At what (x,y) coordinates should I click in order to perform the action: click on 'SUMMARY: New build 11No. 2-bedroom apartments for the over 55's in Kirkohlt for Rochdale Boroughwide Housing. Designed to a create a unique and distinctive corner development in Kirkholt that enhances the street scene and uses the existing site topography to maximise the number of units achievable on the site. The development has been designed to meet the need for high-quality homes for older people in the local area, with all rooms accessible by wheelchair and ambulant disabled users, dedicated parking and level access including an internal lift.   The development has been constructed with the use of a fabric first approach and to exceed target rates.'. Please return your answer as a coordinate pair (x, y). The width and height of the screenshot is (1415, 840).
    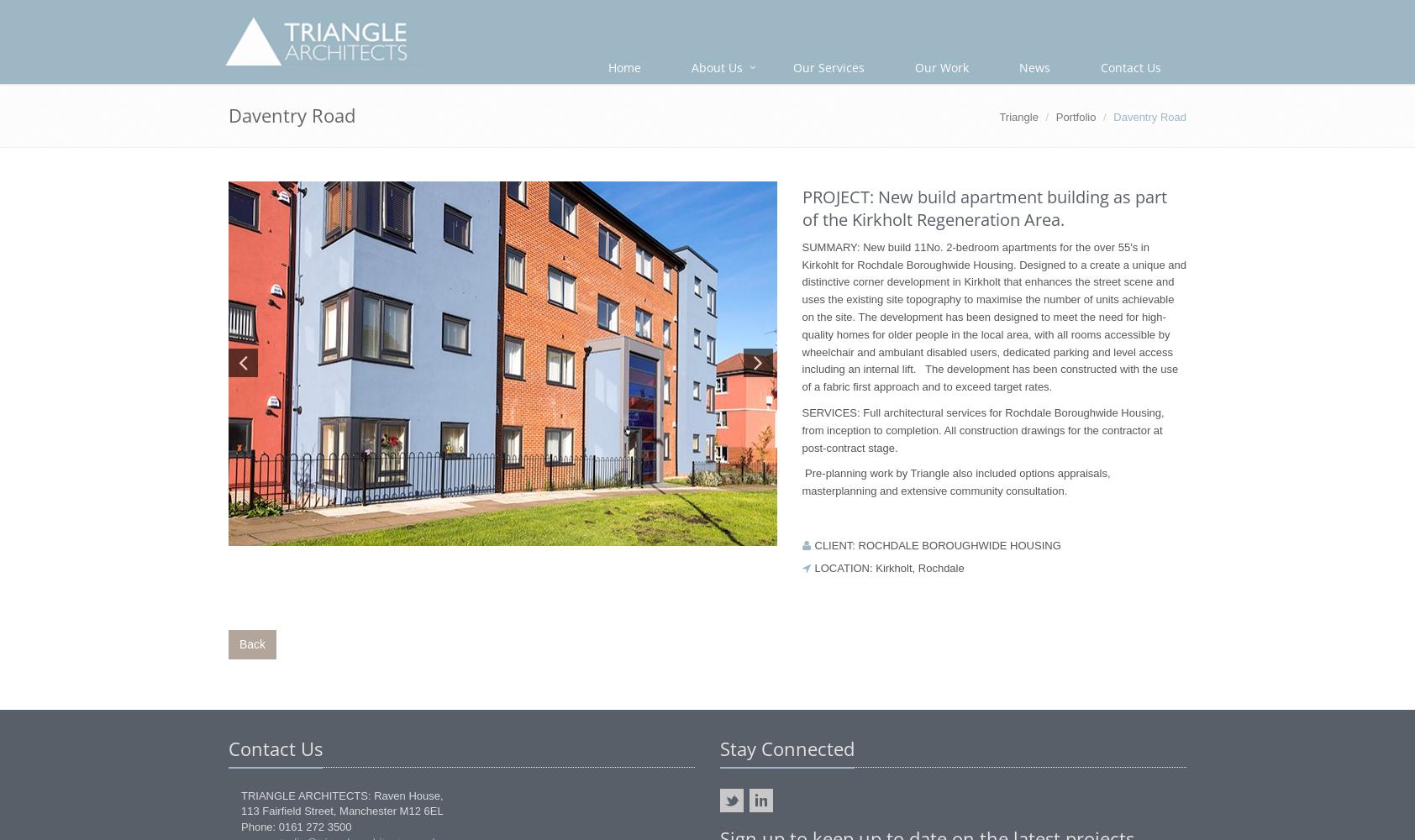
    Looking at the image, I should click on (993, 317).